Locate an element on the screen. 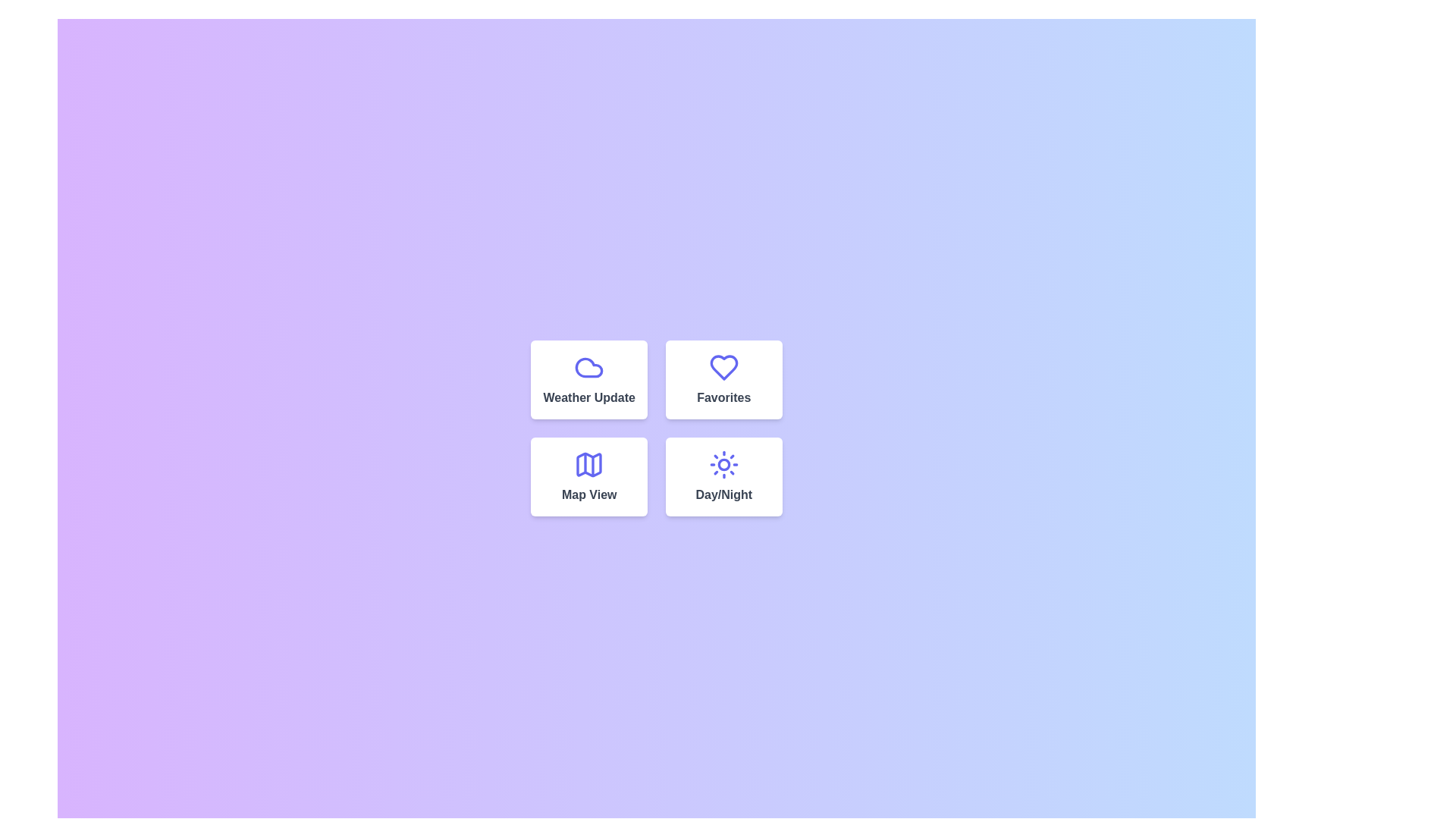  the interactive weather card located at the top left corner of the card grid is located at coordinates (588, 379).